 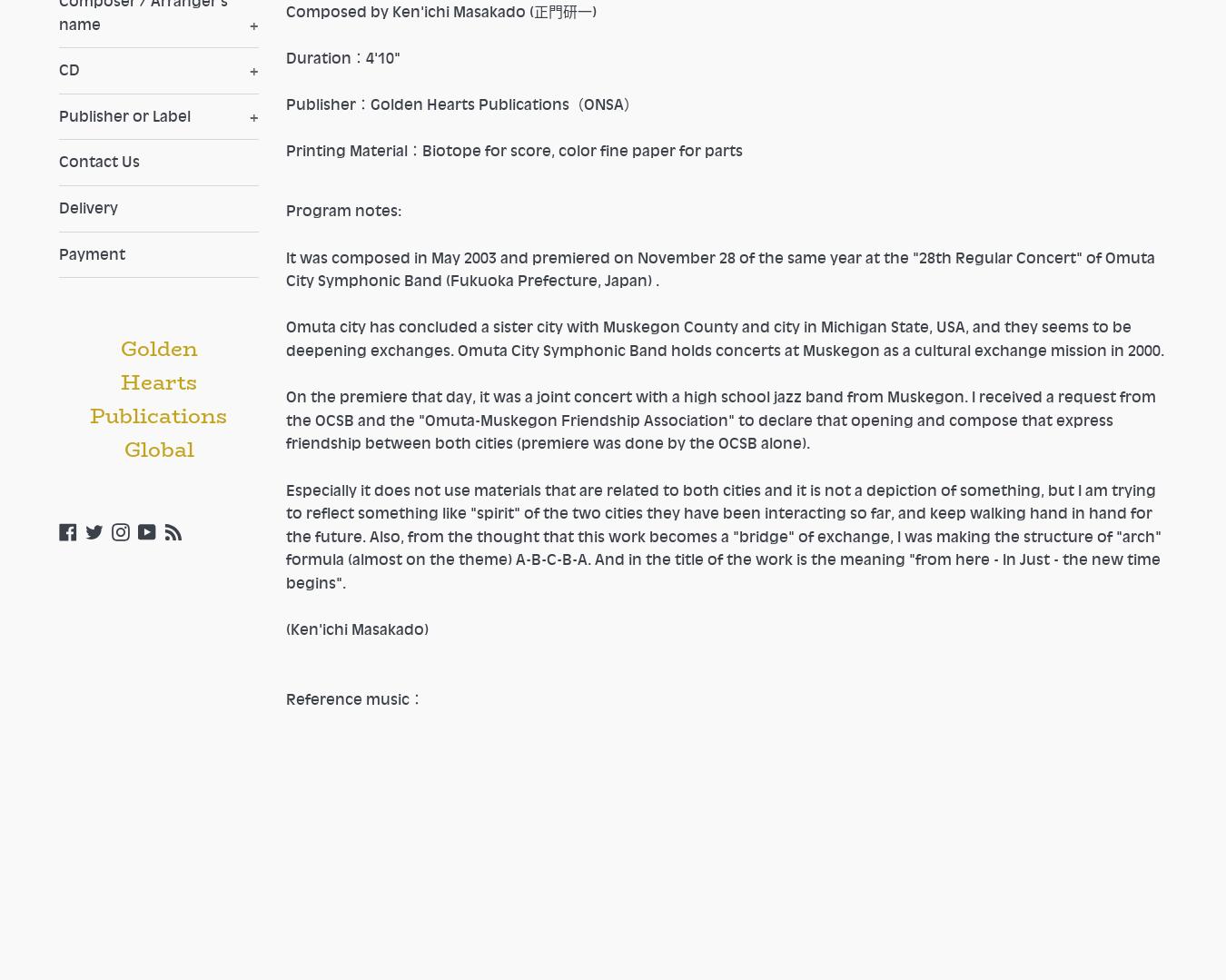 What do you see at coordinates (284, 267) in the screenshot?
I see `'It was composed in May 2003 and premiered on November 28 of the same year at the "28th Regular Concert" of Omuta City Symphonic Band (Fukuoka Prefecture, Japan) .'` at bounding box center [284, 267].